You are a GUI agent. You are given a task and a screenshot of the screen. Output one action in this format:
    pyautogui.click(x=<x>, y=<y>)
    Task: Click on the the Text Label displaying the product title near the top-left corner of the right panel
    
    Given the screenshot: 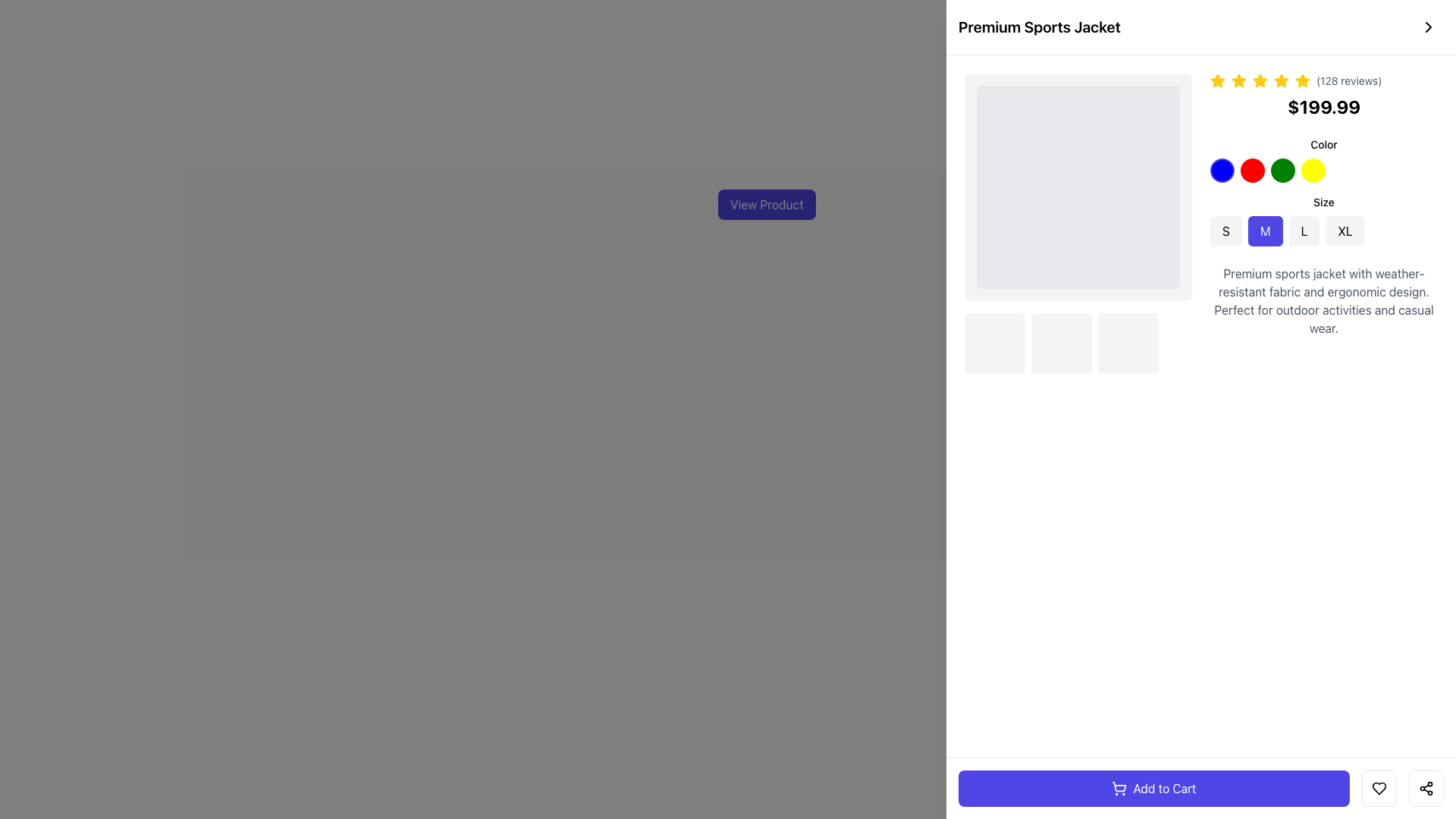 What is the action you would take?
    pyautogui.click(x=1038, y=27)
    